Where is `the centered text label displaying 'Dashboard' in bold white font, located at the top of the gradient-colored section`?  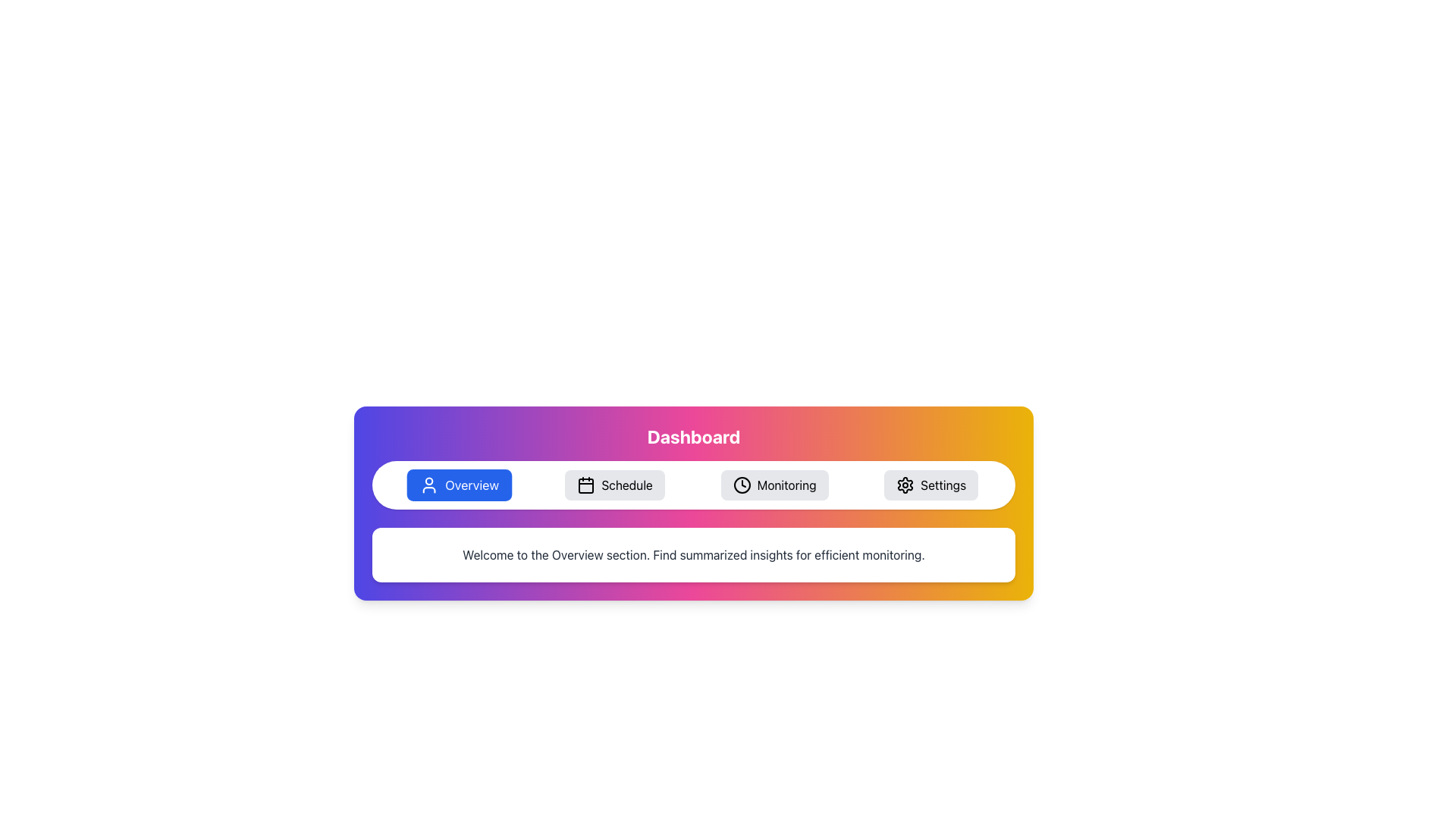 the centered text label displaying 'Dashboard' in bold white font, located at the top of the gradient-colored section is located at coordinates (693, 436).